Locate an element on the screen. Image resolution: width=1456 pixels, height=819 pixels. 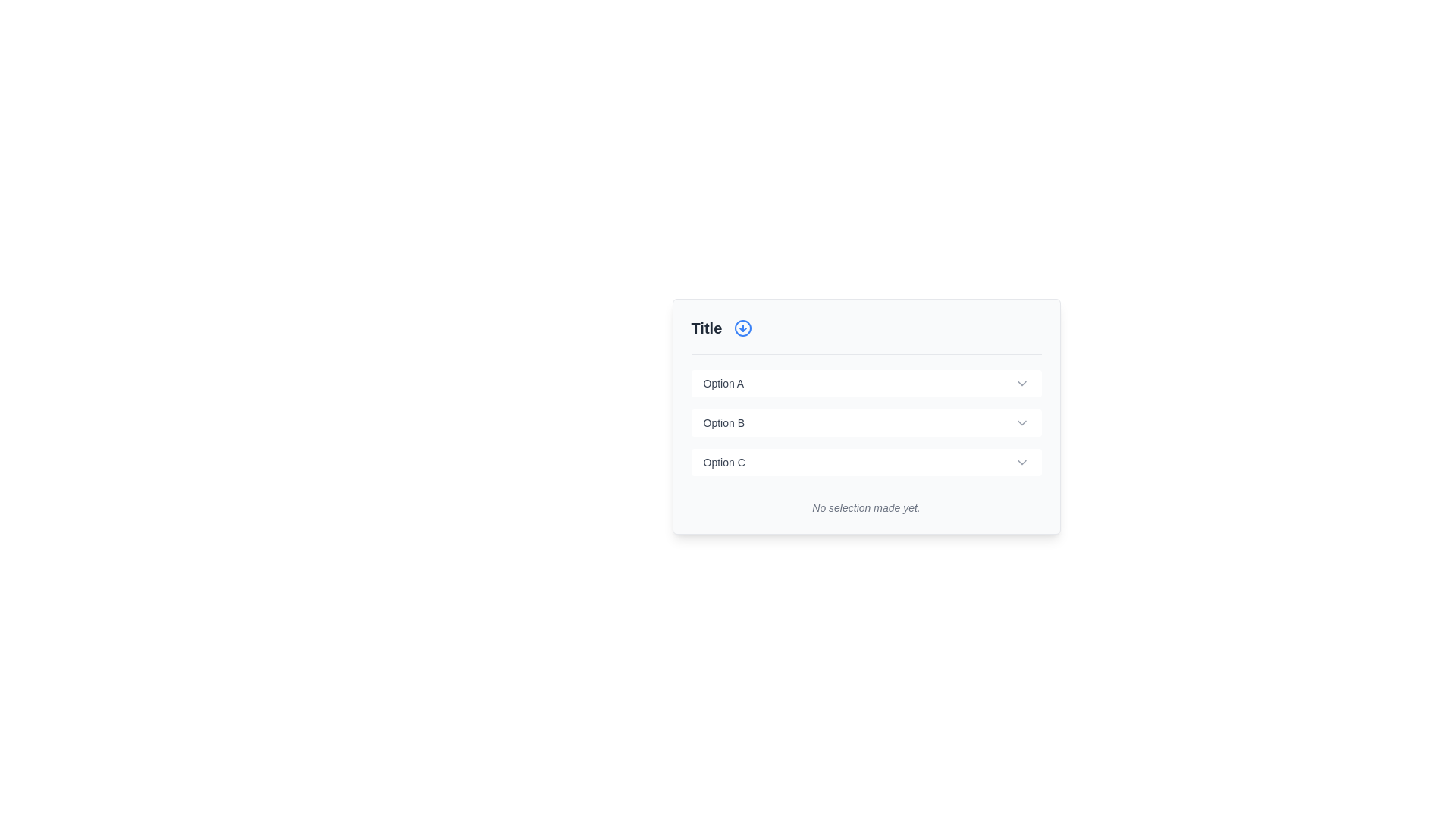
to select 'Option A', which is the first option in the dropdown list positioned directly below the title 'Title' is located at coordinates (866, 382).